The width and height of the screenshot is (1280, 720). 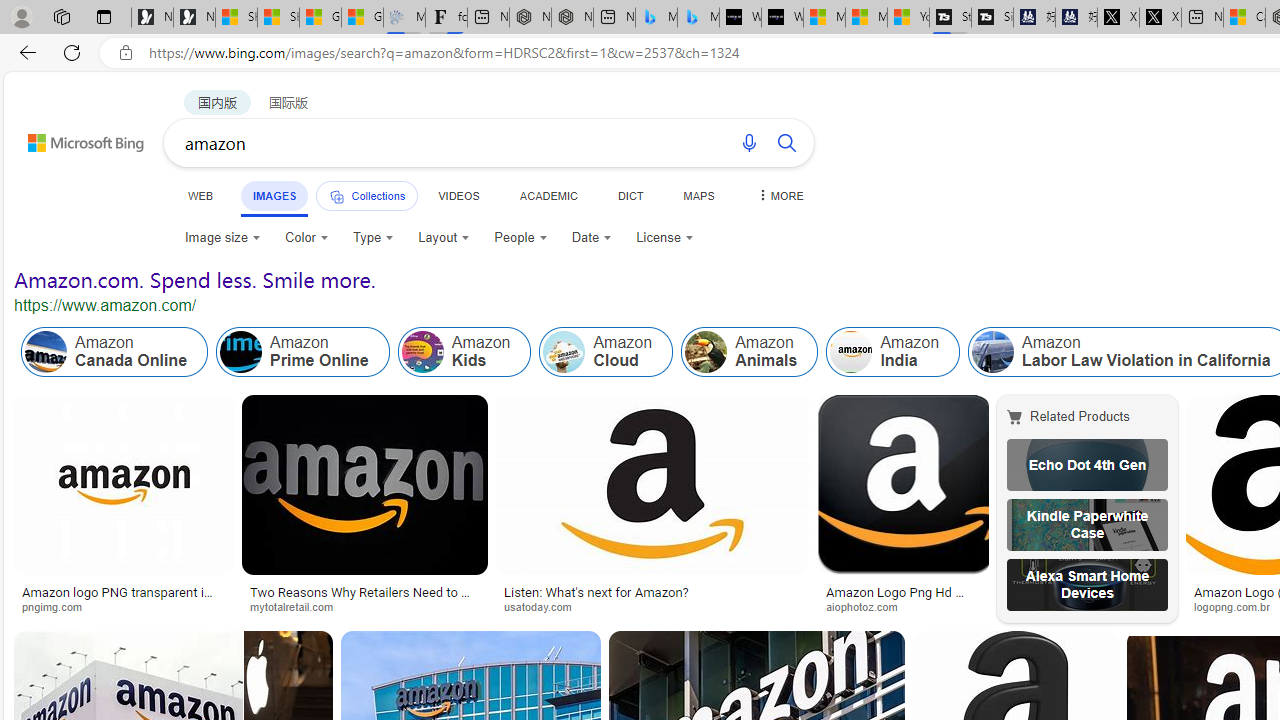 I want to click on 'Echo Dot 4th Gen', so click(x=1086, y=465).